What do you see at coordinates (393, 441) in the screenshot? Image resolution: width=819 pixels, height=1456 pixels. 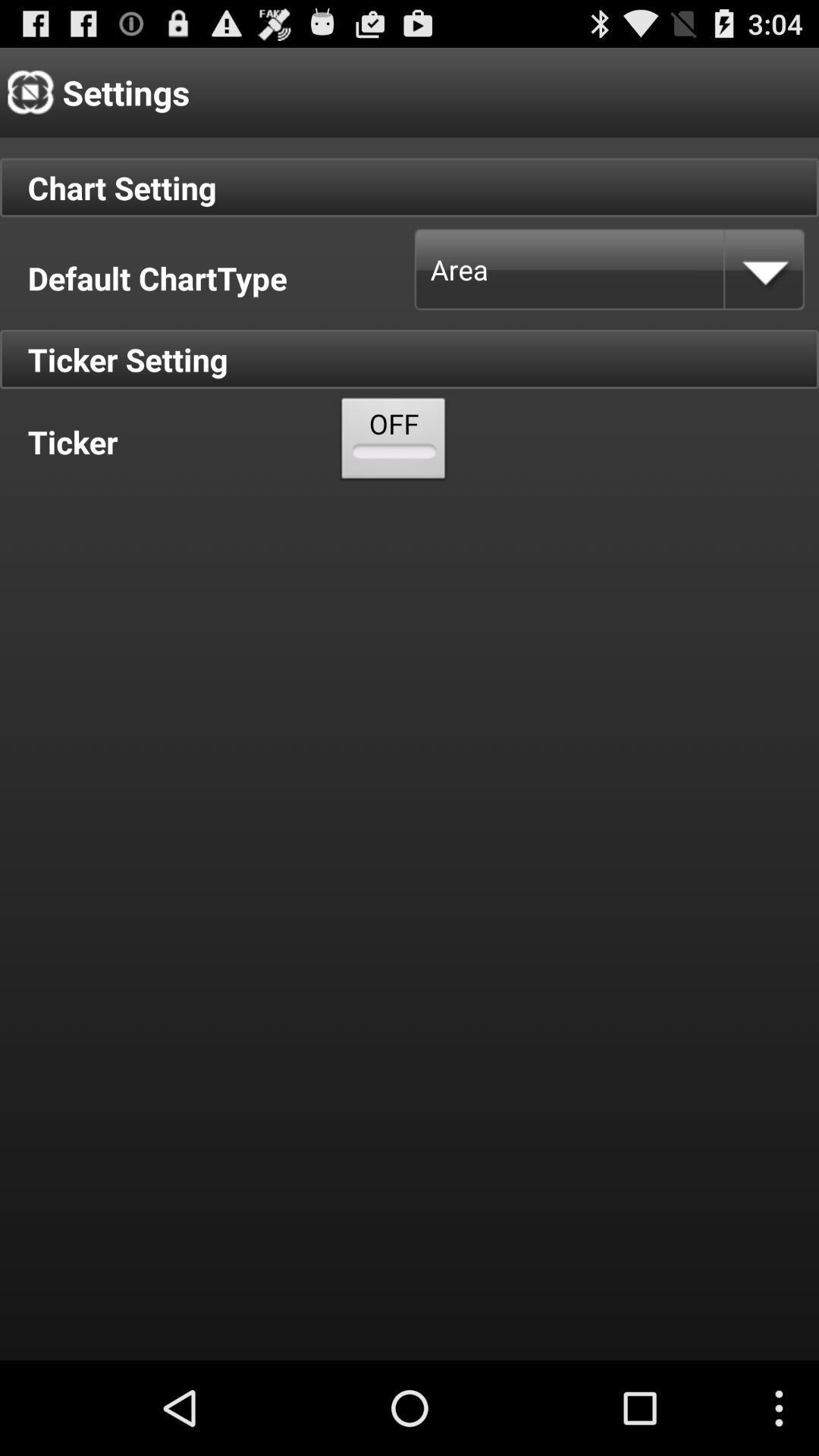 I see `off icon` at bounding box center [393, 441].